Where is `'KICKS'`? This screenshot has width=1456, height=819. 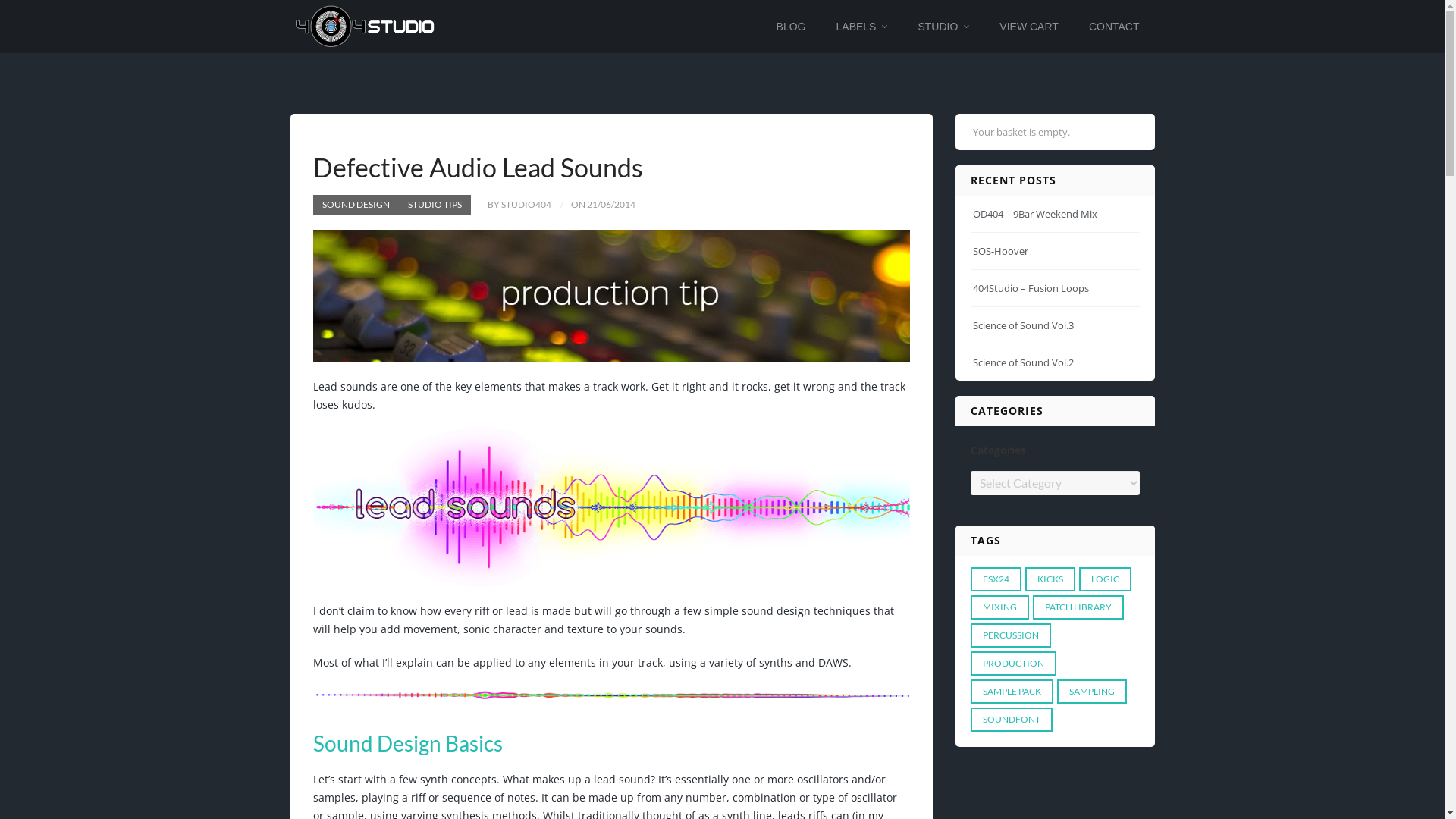 'KICKS' is located at coordinates (1050, 579).